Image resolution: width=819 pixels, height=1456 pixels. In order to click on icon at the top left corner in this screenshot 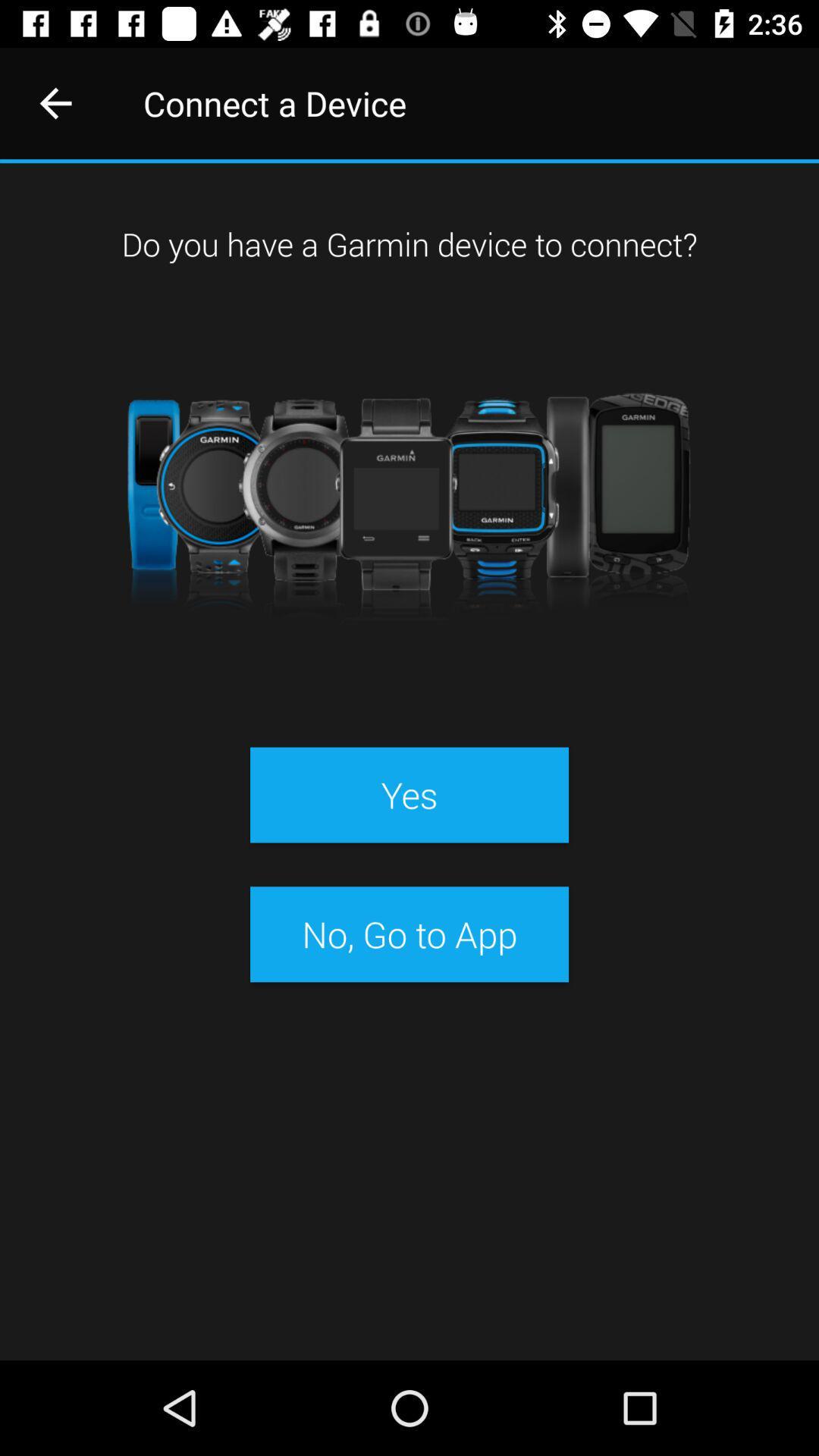, I will do `click(55, 102)`.